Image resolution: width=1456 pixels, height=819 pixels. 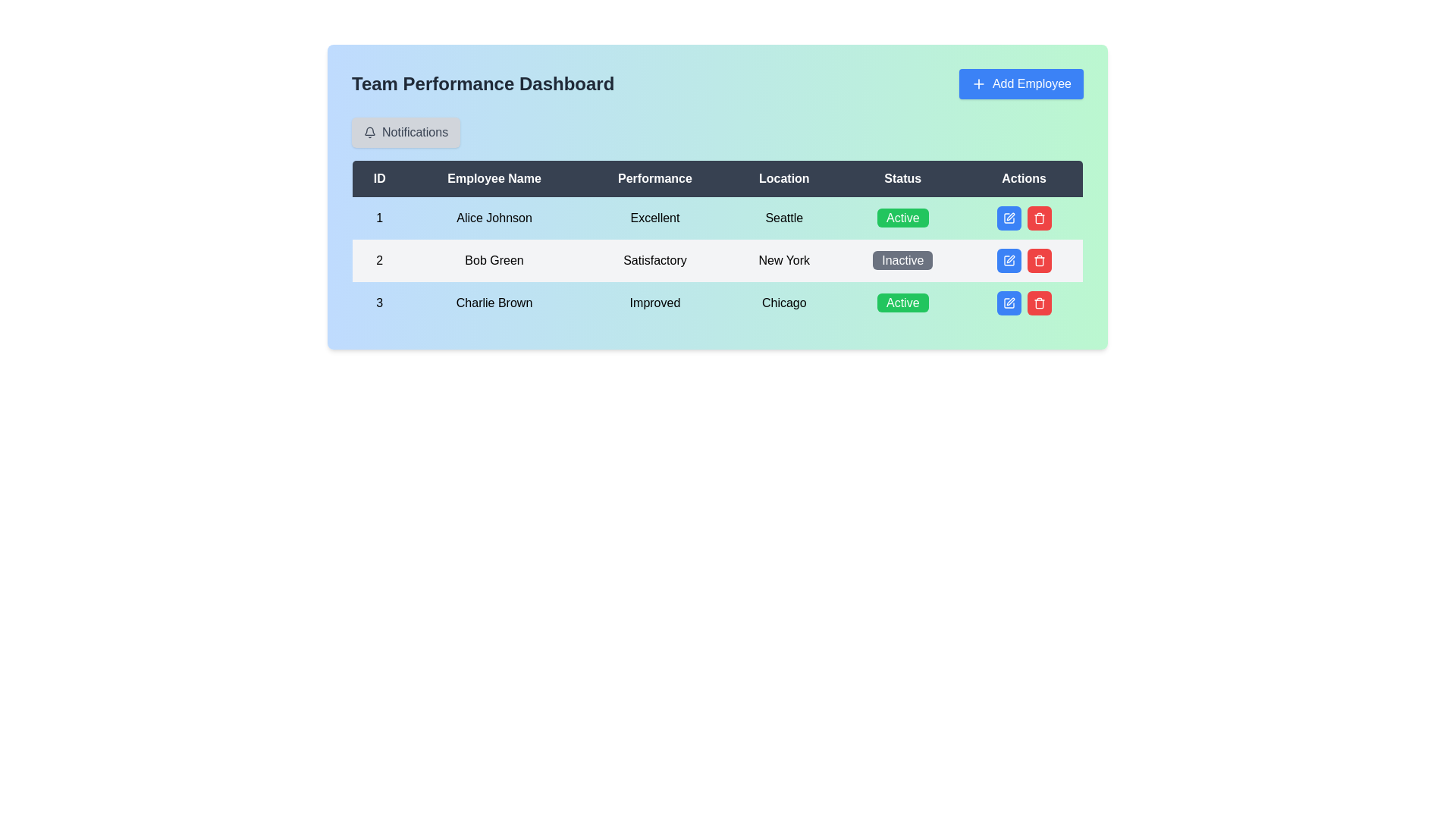 I want to click on the green button-like label containing the text 'Active' in white, located in the 'Status' column of the third row corresponding to 'Charlie Brown' in the employee details table, so click(x=902, y=303).